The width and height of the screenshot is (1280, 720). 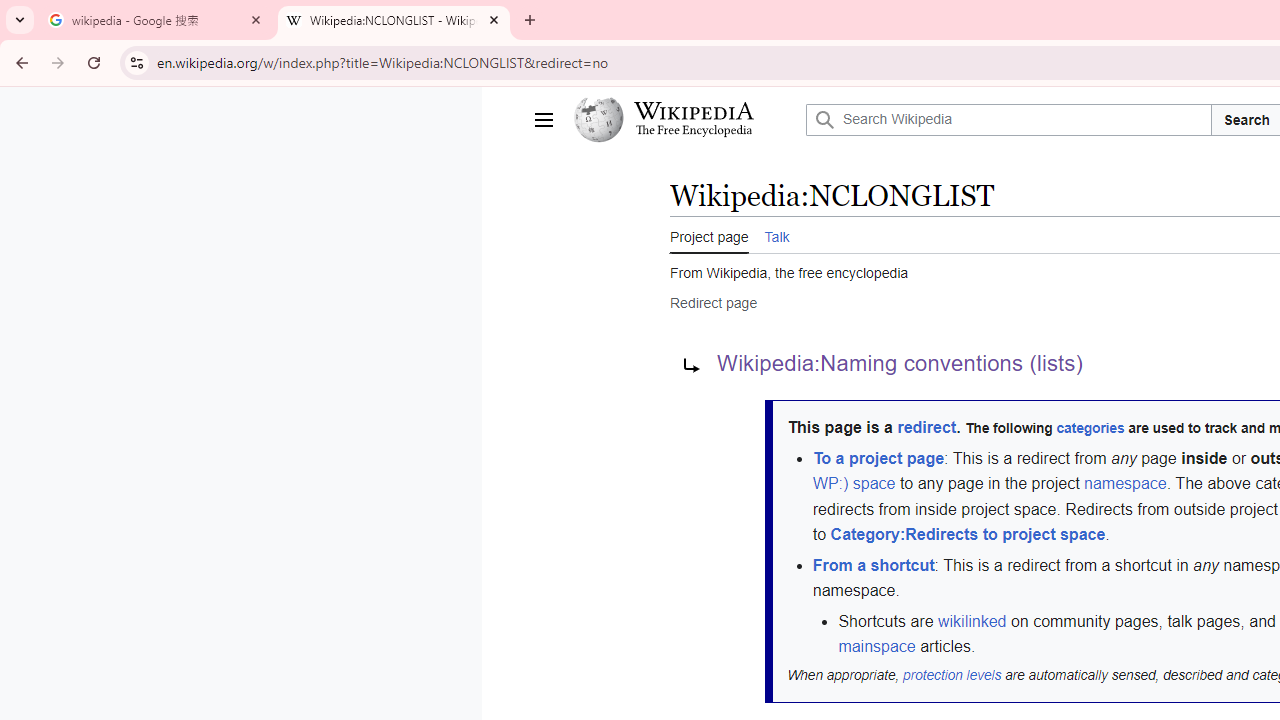 What do you see at coordinates (58, 61) in the screenshot?
I see `'Forward'` at bounding box center [58, 61].